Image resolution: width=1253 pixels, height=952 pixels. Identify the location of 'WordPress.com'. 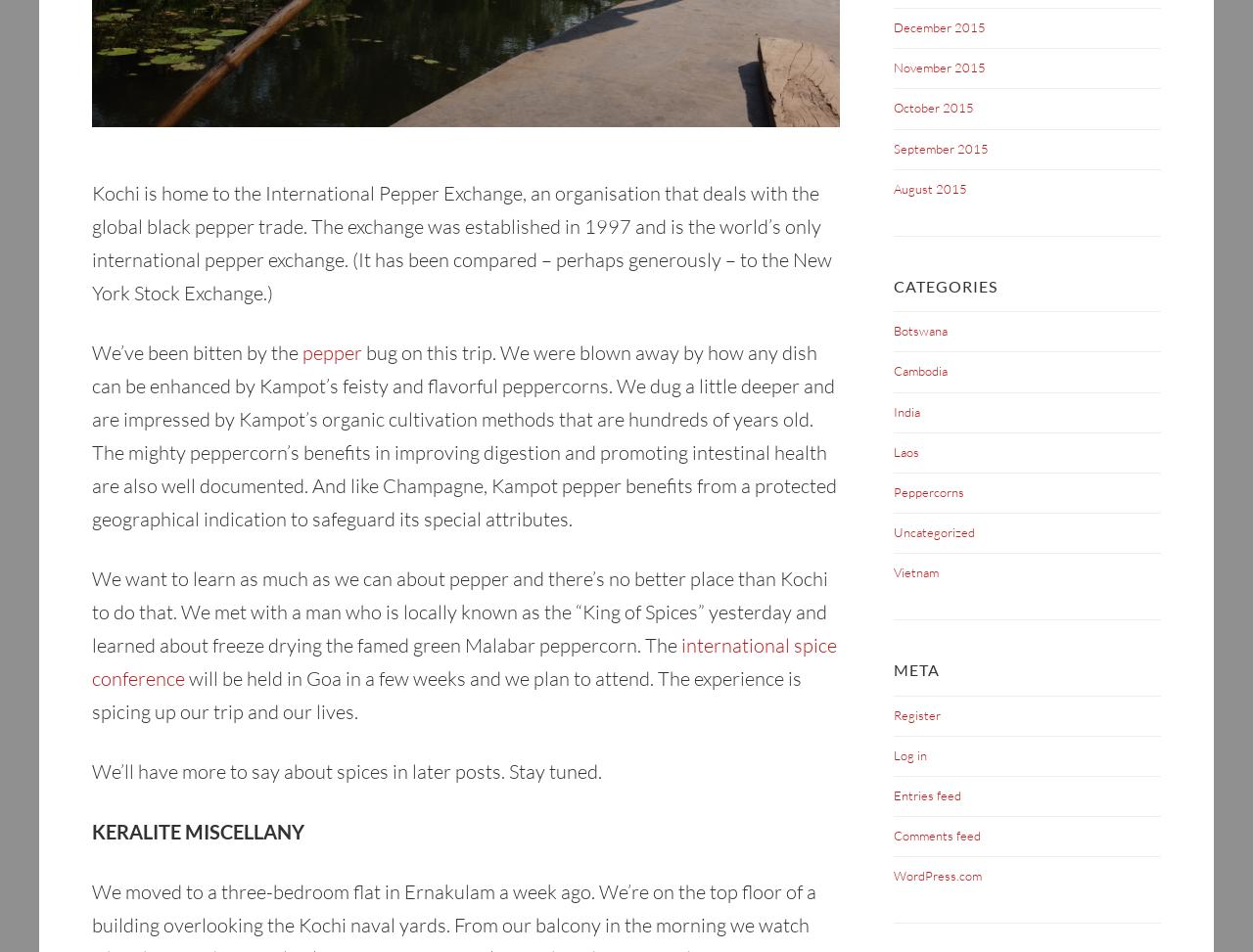
(936, 875).